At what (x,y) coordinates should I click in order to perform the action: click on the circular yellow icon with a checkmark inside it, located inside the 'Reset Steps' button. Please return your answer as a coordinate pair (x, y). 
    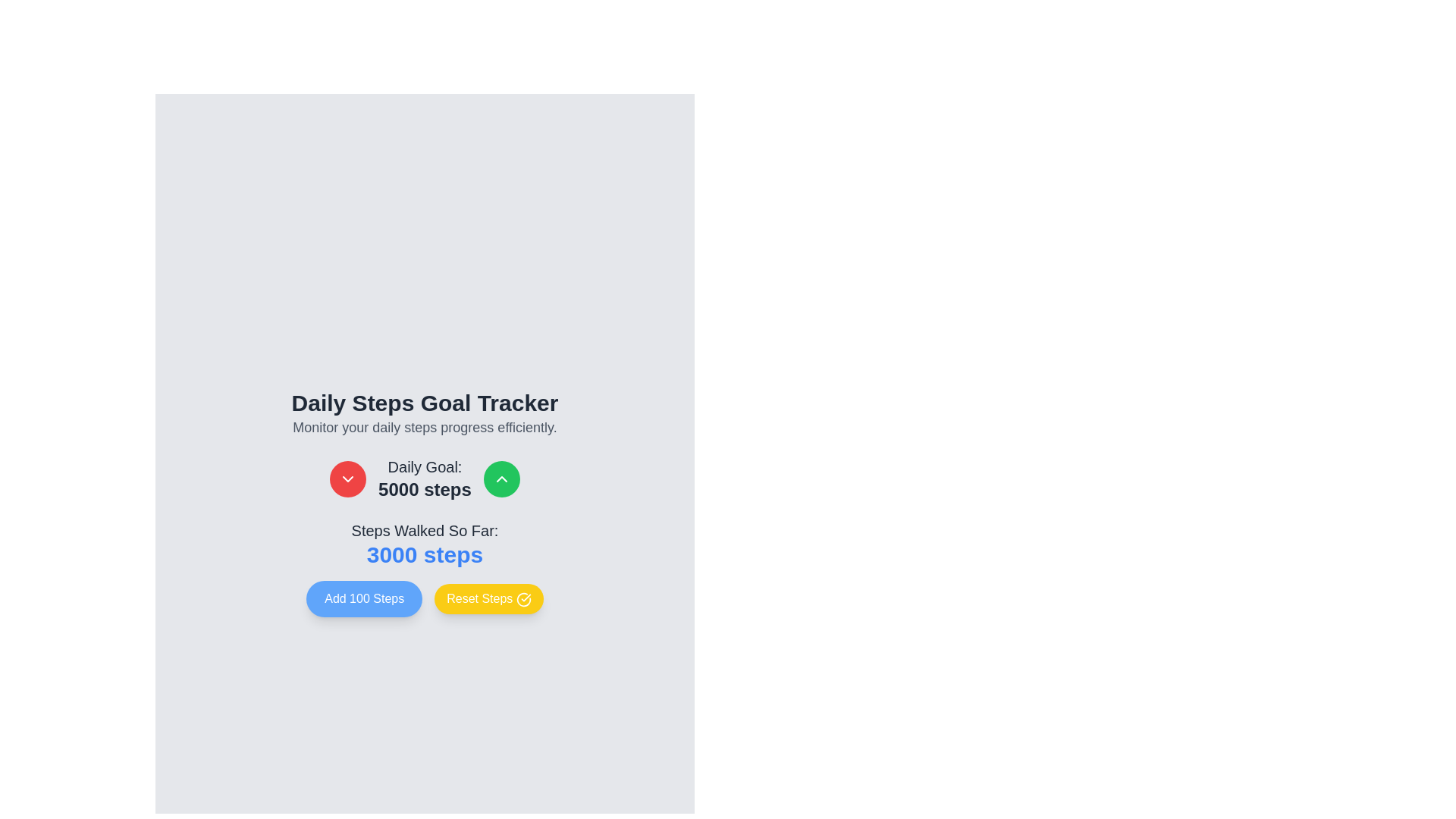
    Looking at the image, I should click on (523, 598).